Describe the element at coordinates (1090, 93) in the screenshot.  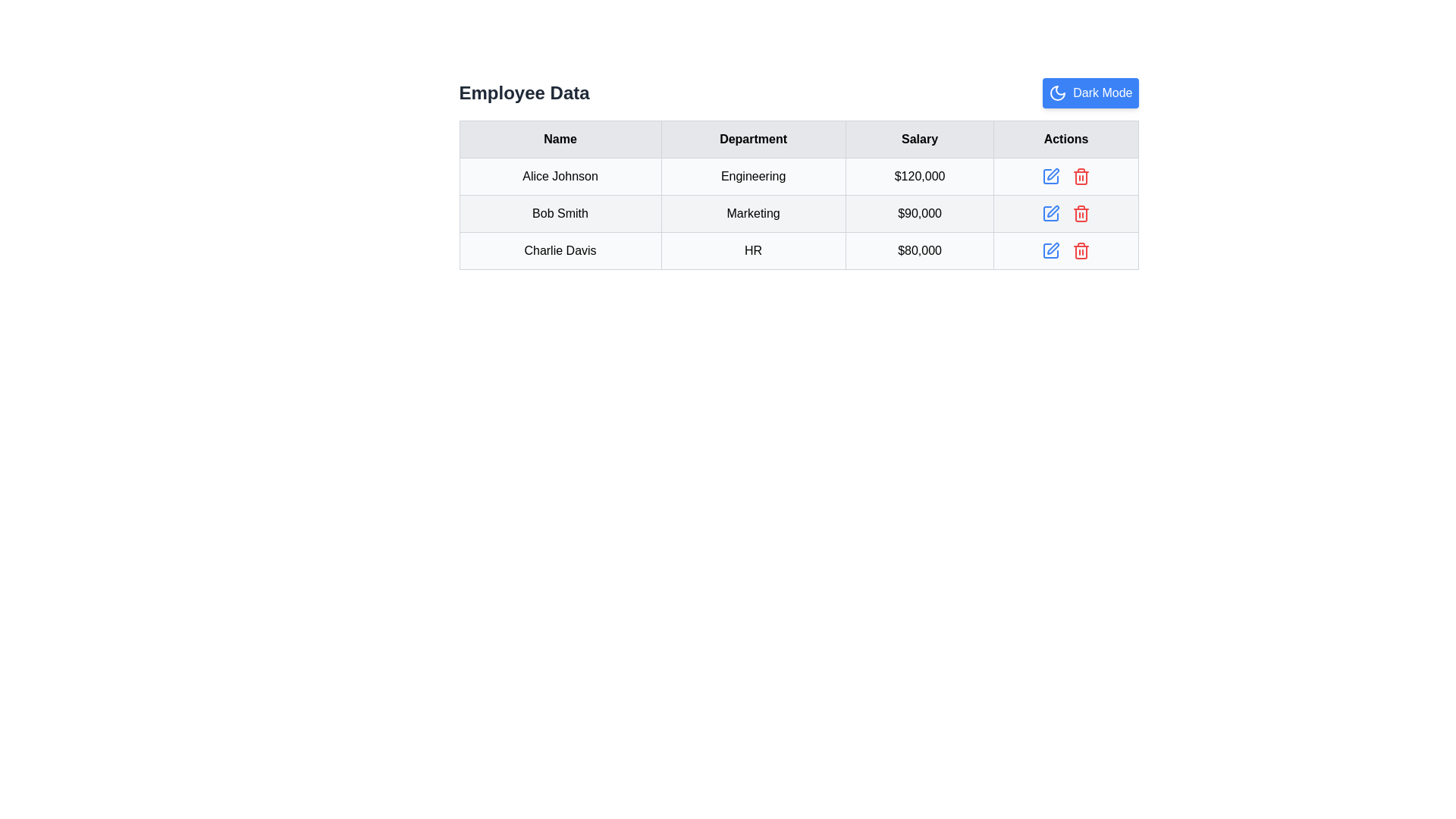
I see `the rectangular button with a blue background and white text labeled 'Dark Mode', located at the top-right corner of the 'Employee Data' section` at that location.